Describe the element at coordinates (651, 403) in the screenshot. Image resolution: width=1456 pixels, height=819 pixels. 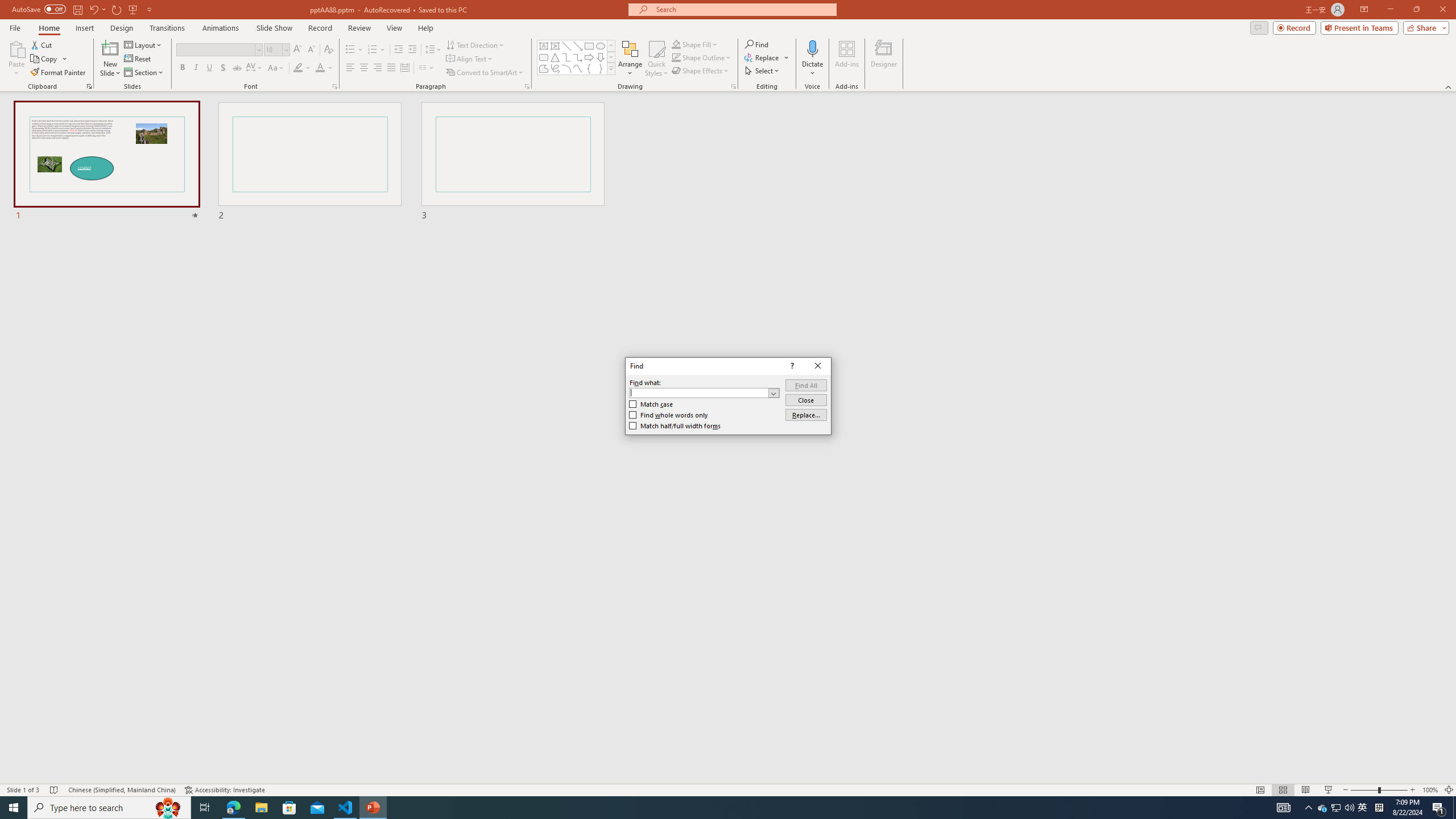
I see `'Match case'` at that location.